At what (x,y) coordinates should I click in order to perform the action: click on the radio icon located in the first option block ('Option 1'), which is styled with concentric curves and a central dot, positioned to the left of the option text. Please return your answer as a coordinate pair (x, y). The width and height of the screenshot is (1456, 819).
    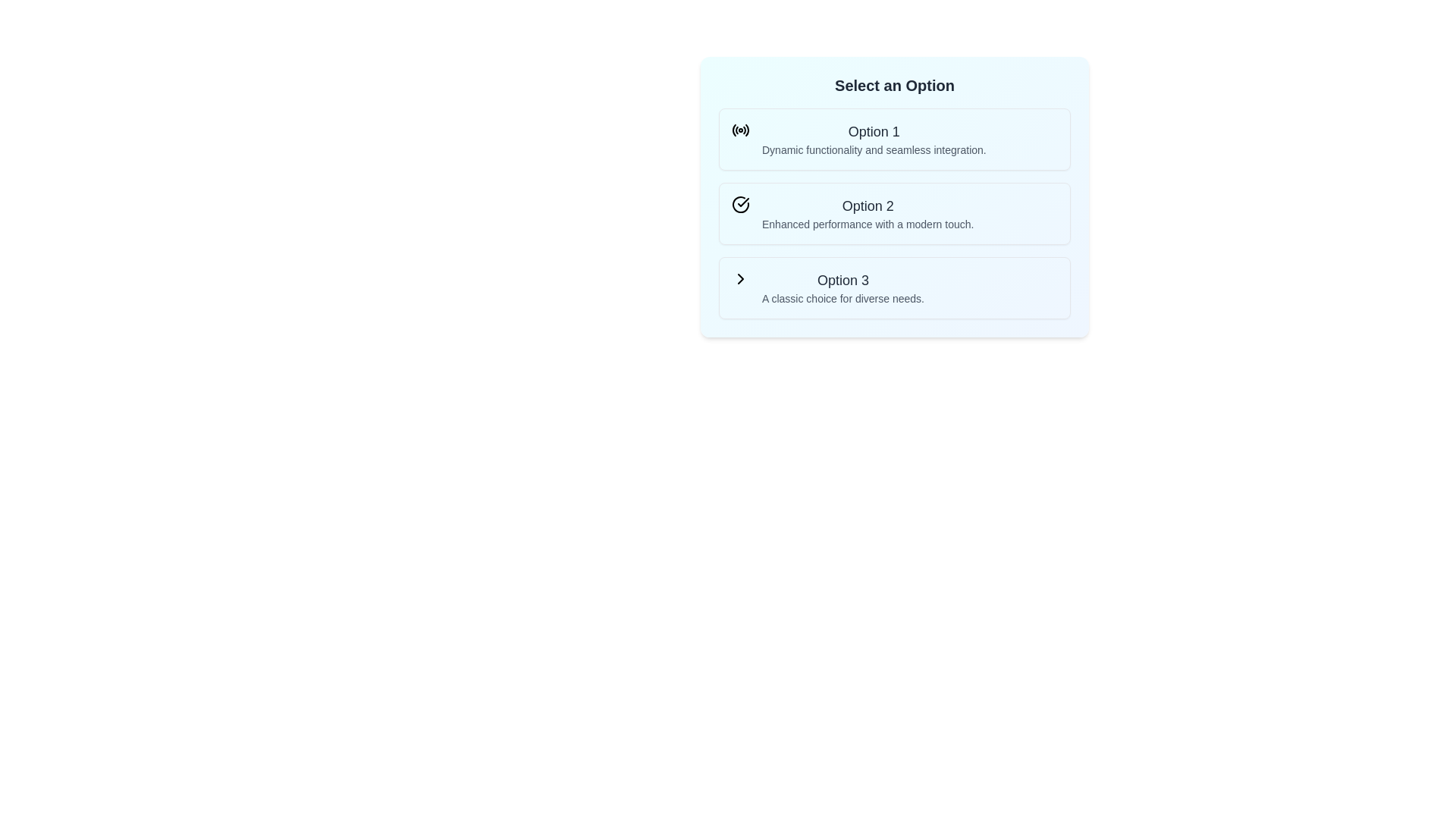
    Looking at the image, I should click on (741, 130).